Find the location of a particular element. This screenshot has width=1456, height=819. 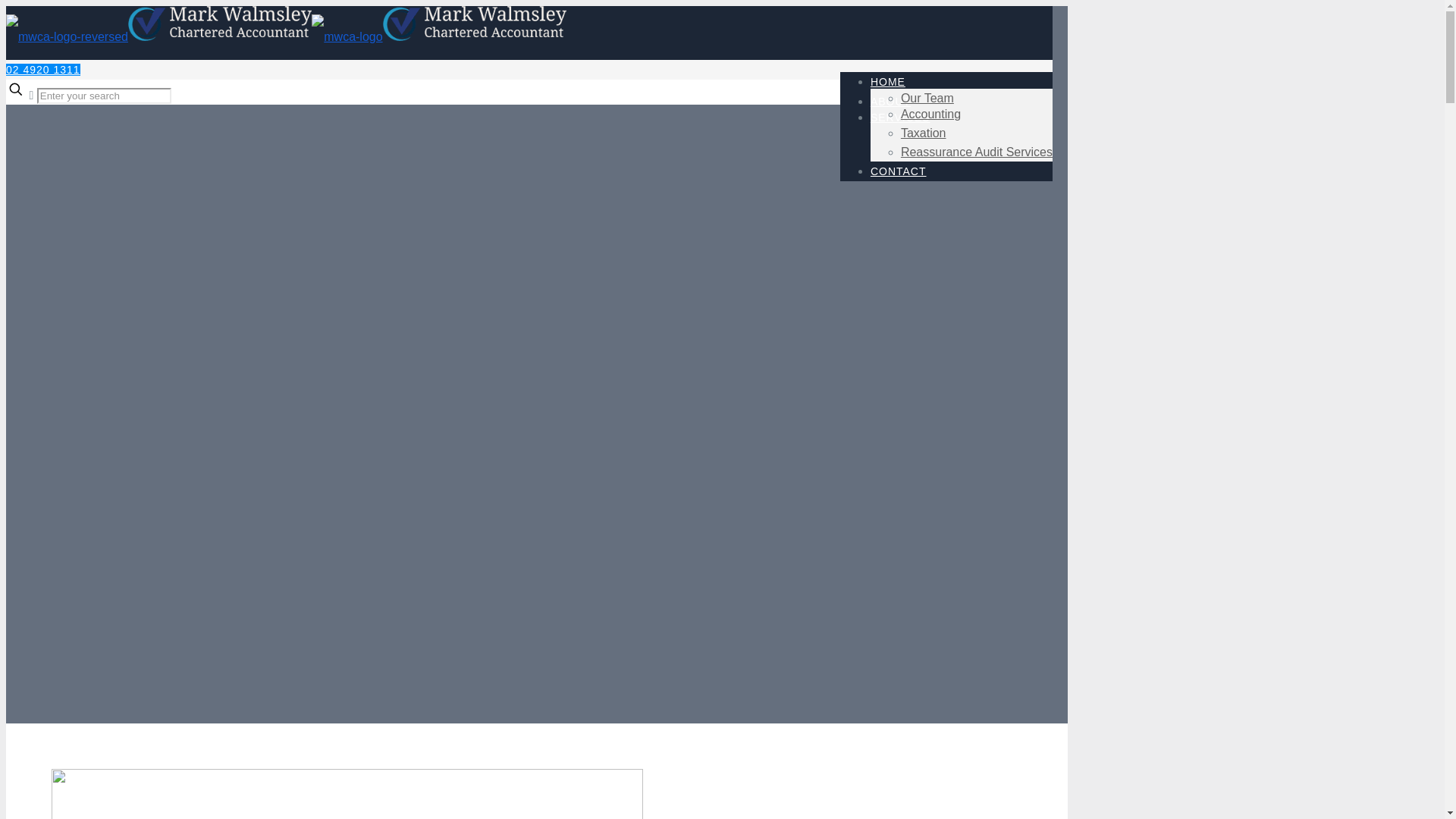

'02 4920 1311' is located at coordinates (6, 70).